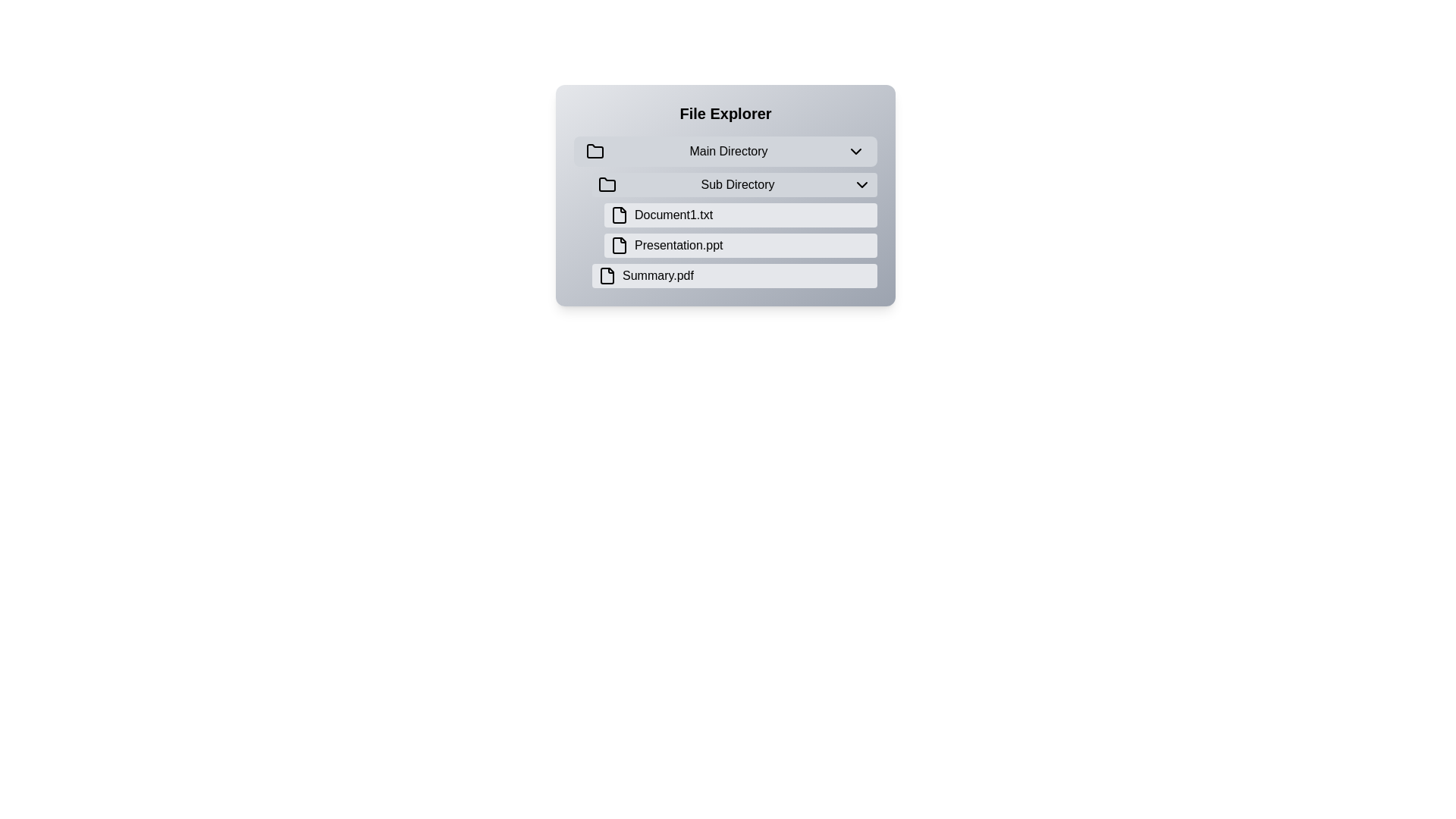  What do you see at coordinates (619, 245) in the screenshot?
I see `the Decorative icon located next to the 'Presentation.ppt' file label in the file list interface` at bounding box center [619, 245].